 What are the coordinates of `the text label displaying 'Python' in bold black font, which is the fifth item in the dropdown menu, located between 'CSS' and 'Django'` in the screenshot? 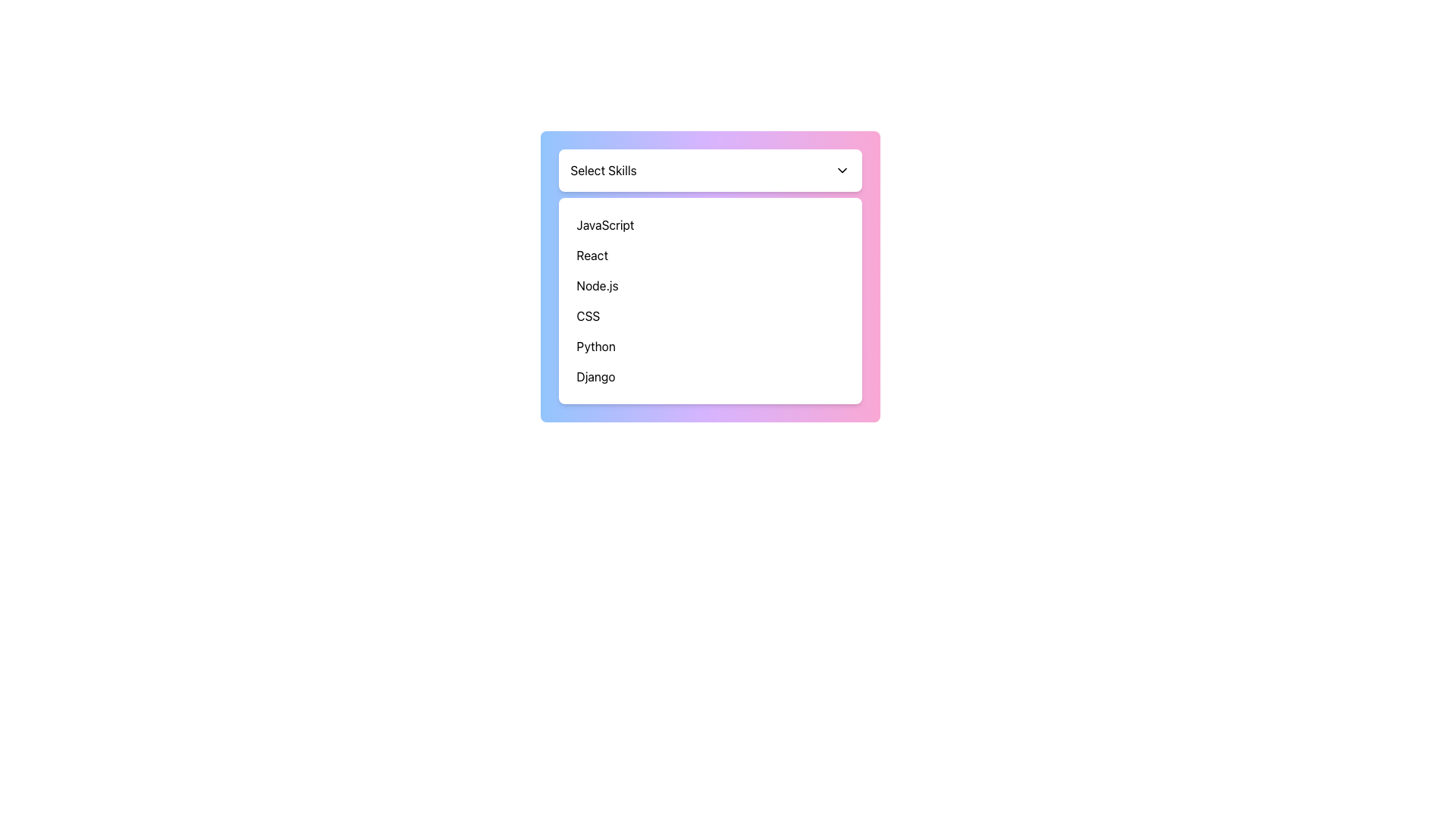 It's located at (595, 346).